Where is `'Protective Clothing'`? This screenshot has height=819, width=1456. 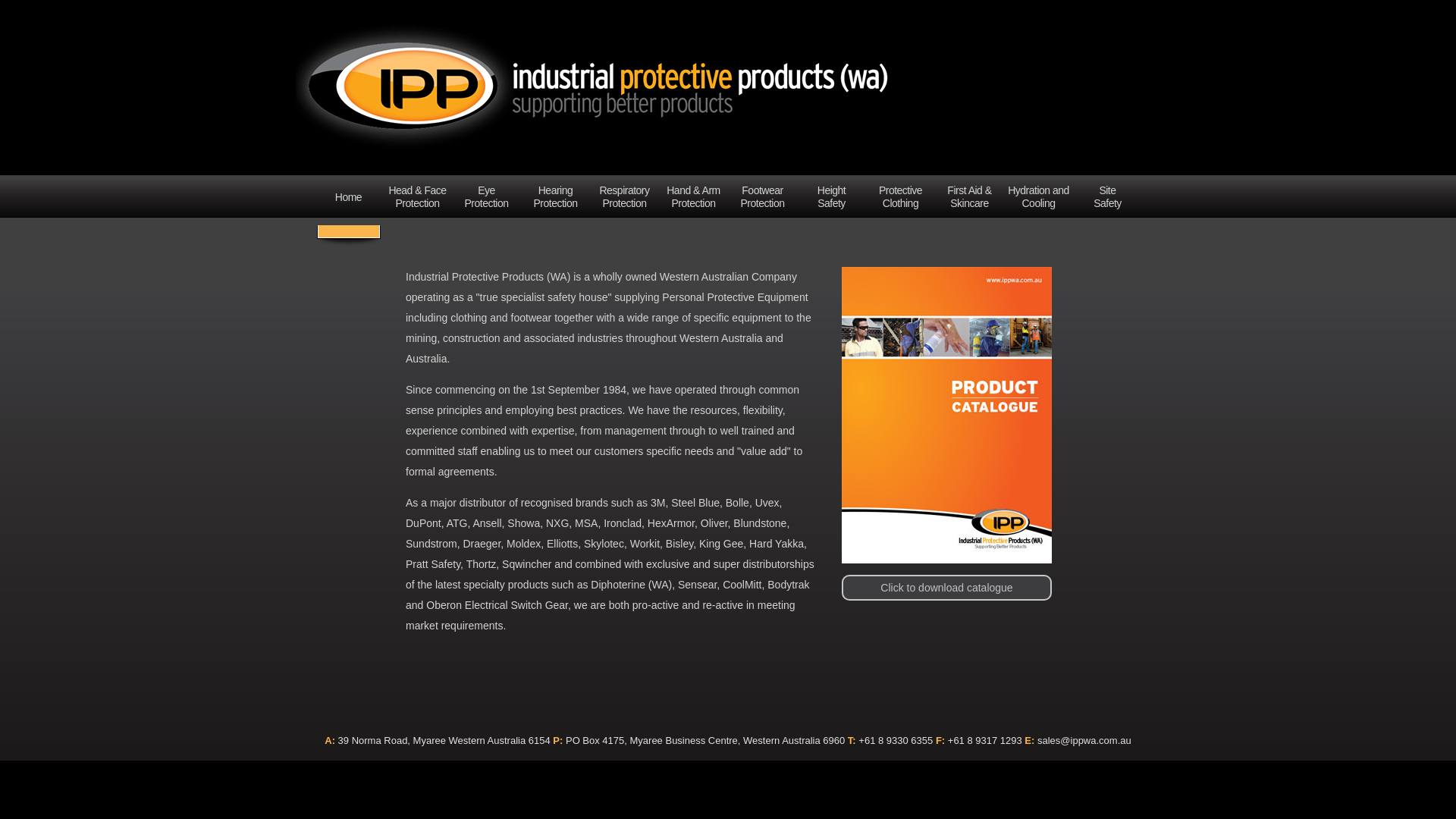
'Protective Clothing' is located at coordinates (900, 196).